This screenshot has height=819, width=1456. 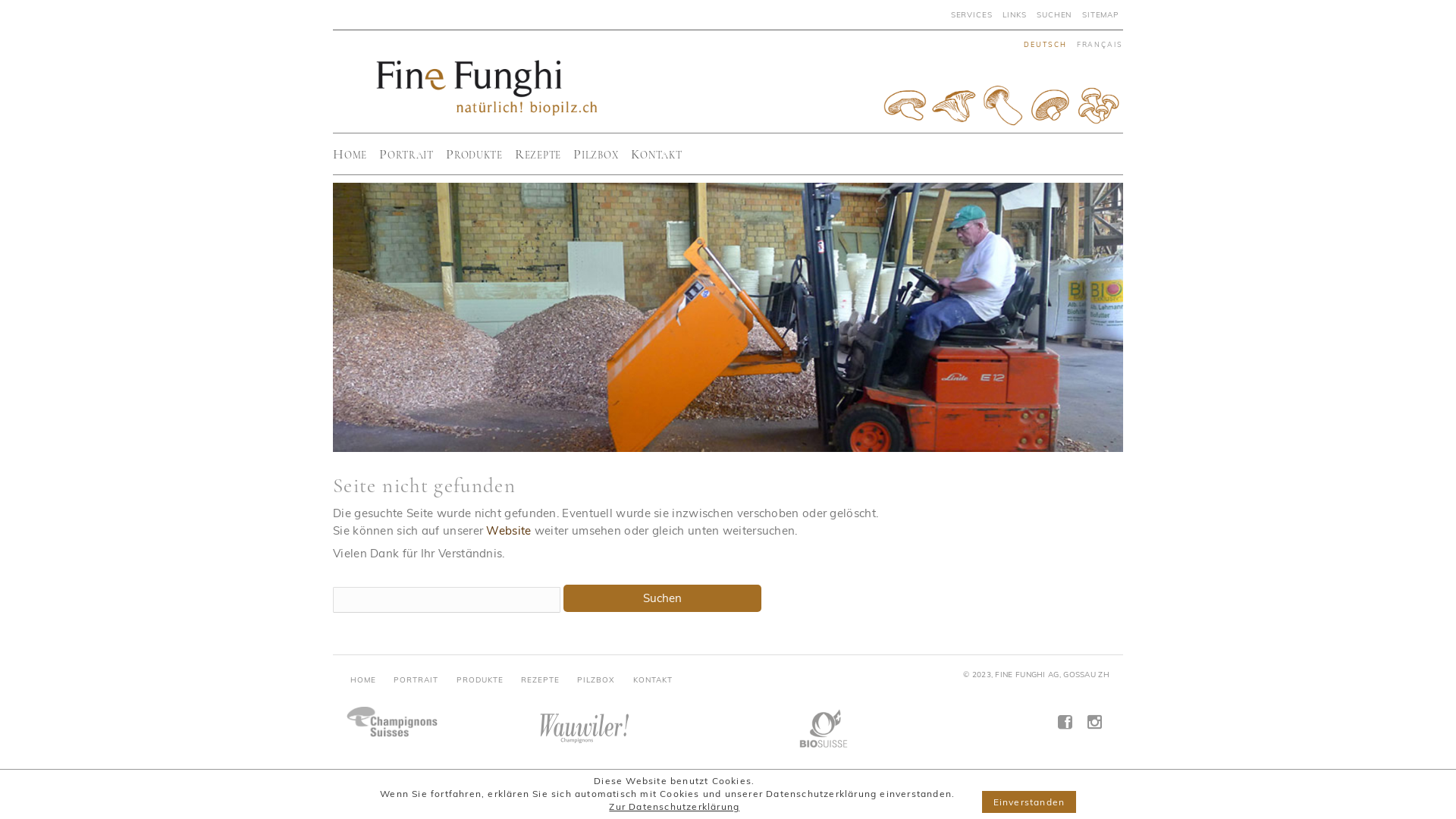 What do you see at coordinates (652, 679) in the screenshot?
I see `'KONTAKT'` at bounding box center [652, 679].